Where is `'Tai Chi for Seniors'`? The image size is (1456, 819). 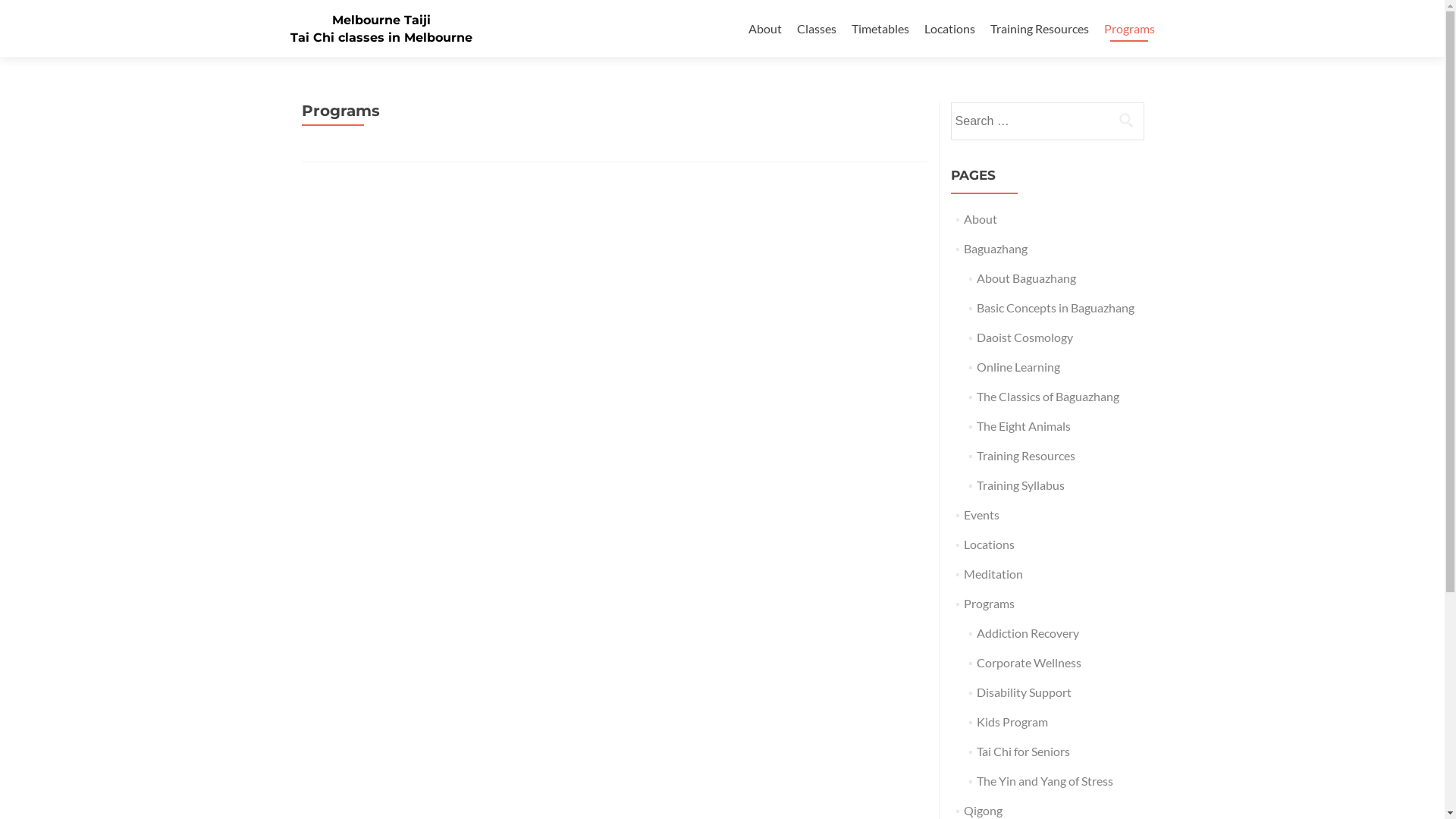 'Tai Chi for Seniors' is located at coordinates (976, 751).